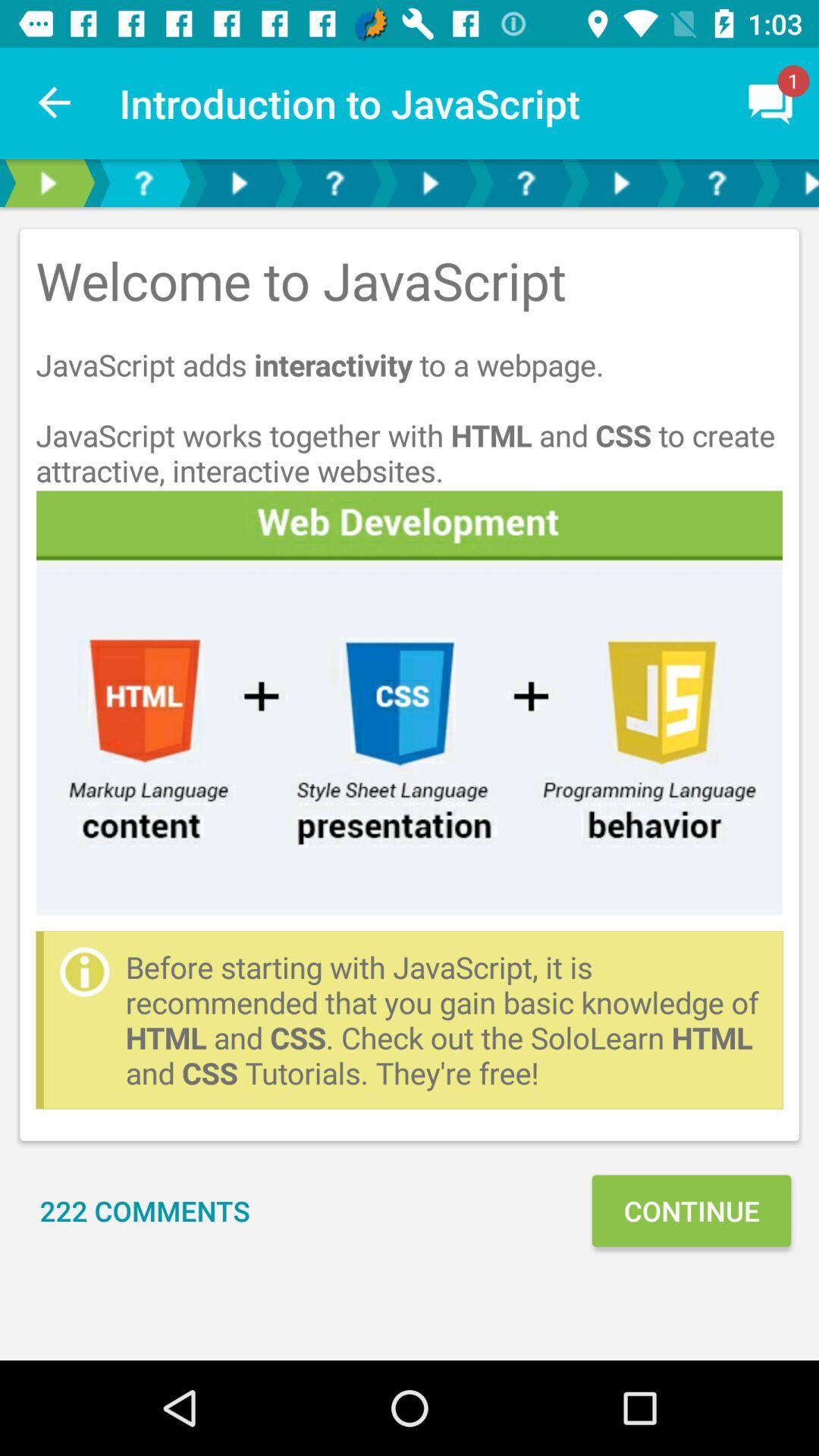 This screenshot has height=1456, width=819. I want to click on whats new, so click(333, 182).